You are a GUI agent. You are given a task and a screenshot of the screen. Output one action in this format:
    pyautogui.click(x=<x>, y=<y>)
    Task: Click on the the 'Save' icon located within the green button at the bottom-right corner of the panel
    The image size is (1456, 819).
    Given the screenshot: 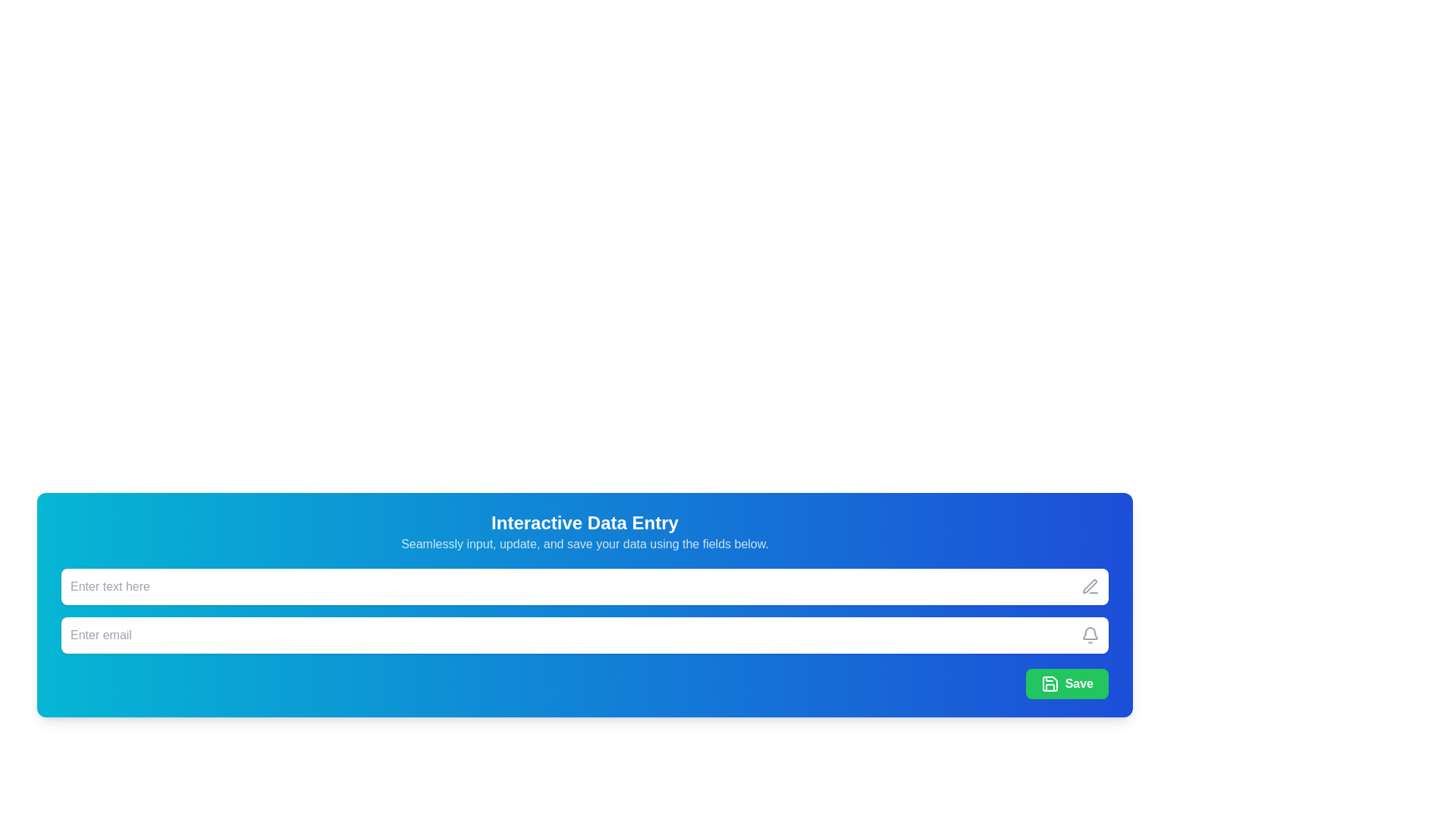 What is the action you would take?
    pyautogui.click(x=1049, y=684)
    